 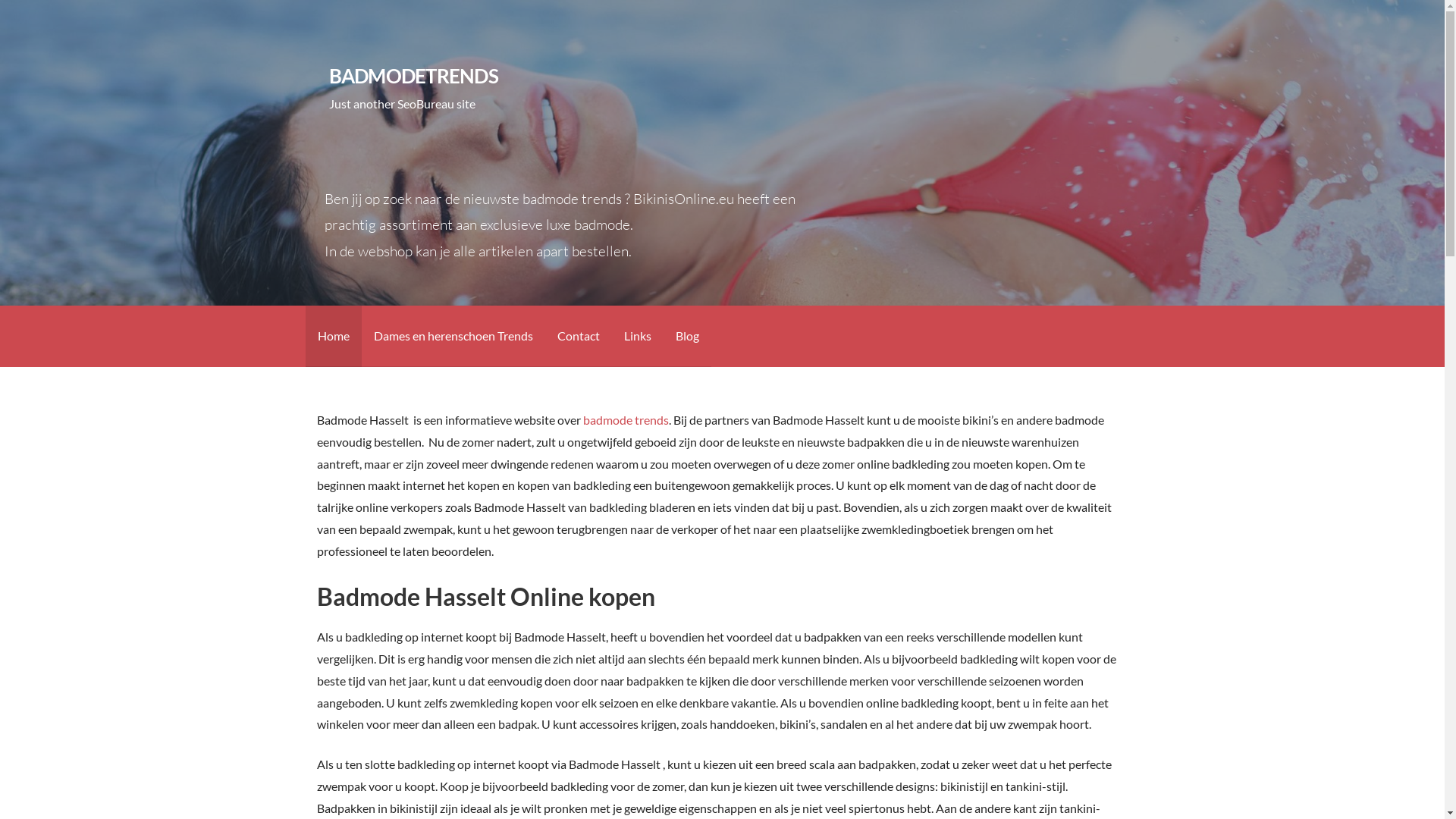 What do you see at coordinates (577, 335) in the screenshot?
I see `'Contact'` at bounding box center [577, 335].